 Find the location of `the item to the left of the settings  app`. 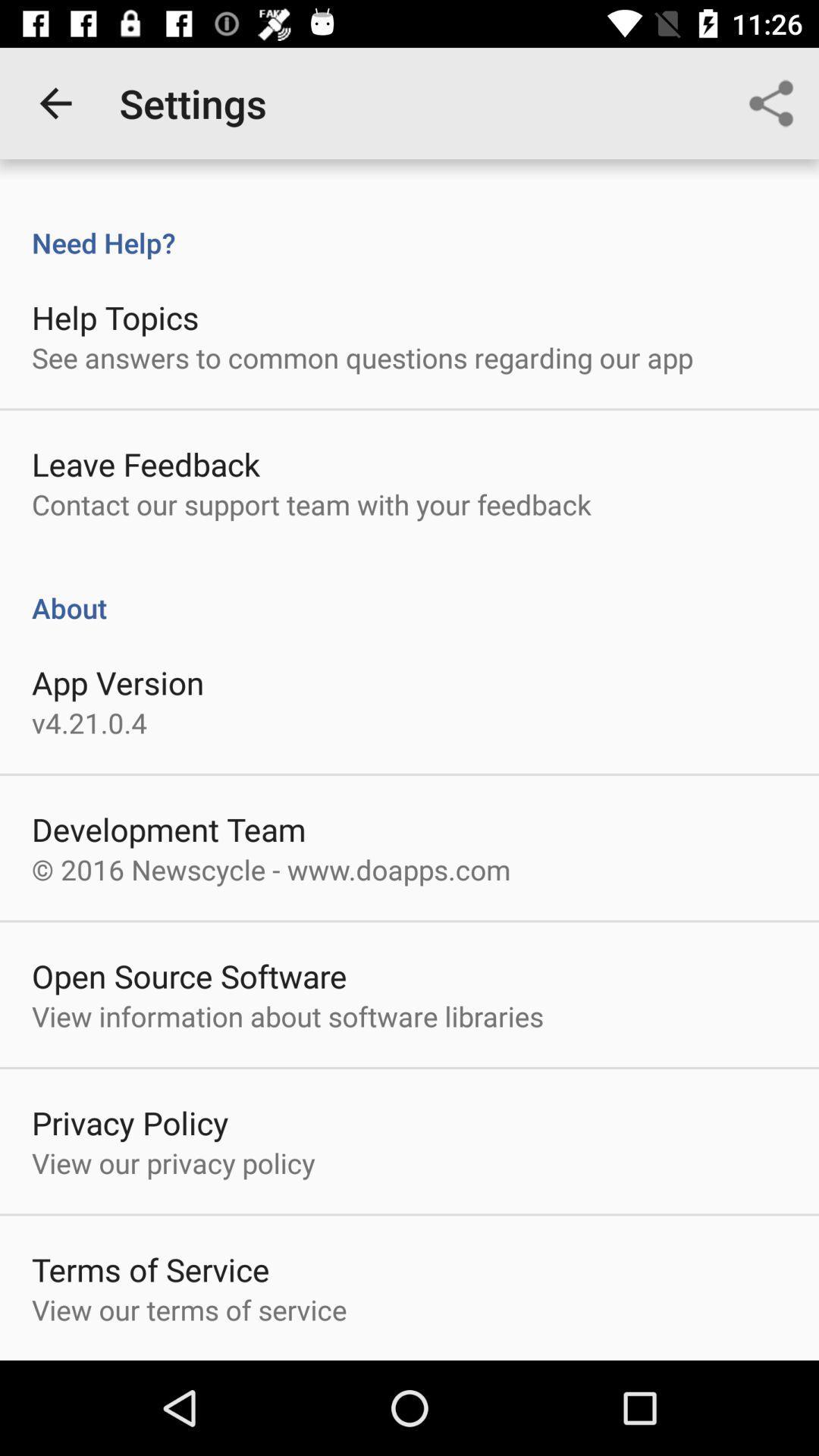

the item to the left of the settings  app is located at coordinates (55, 102).